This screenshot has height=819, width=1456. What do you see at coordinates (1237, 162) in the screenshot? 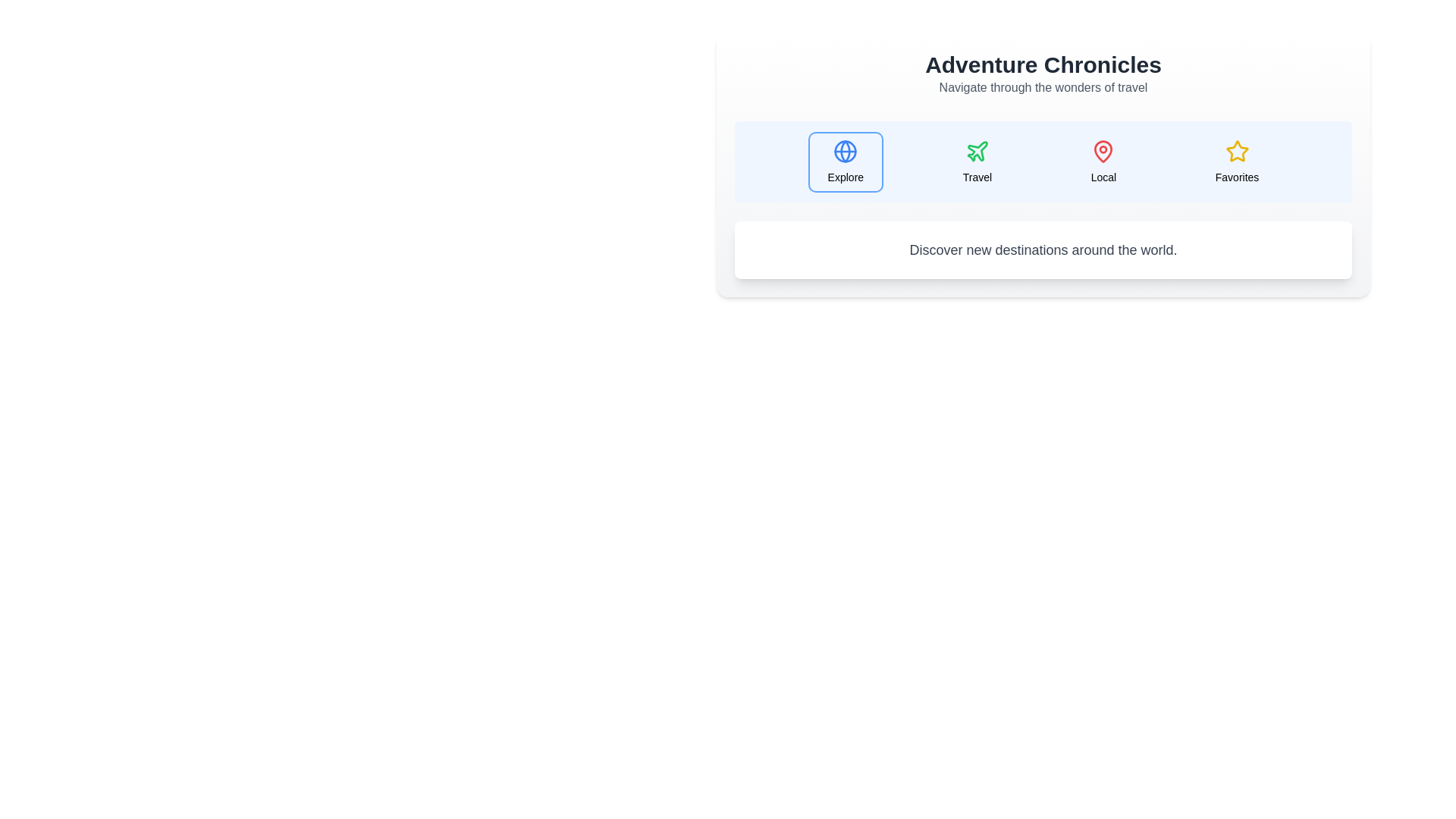
I see `the tab labeled Favorites to switch the displayed content` at bounding box center [1237, 162].